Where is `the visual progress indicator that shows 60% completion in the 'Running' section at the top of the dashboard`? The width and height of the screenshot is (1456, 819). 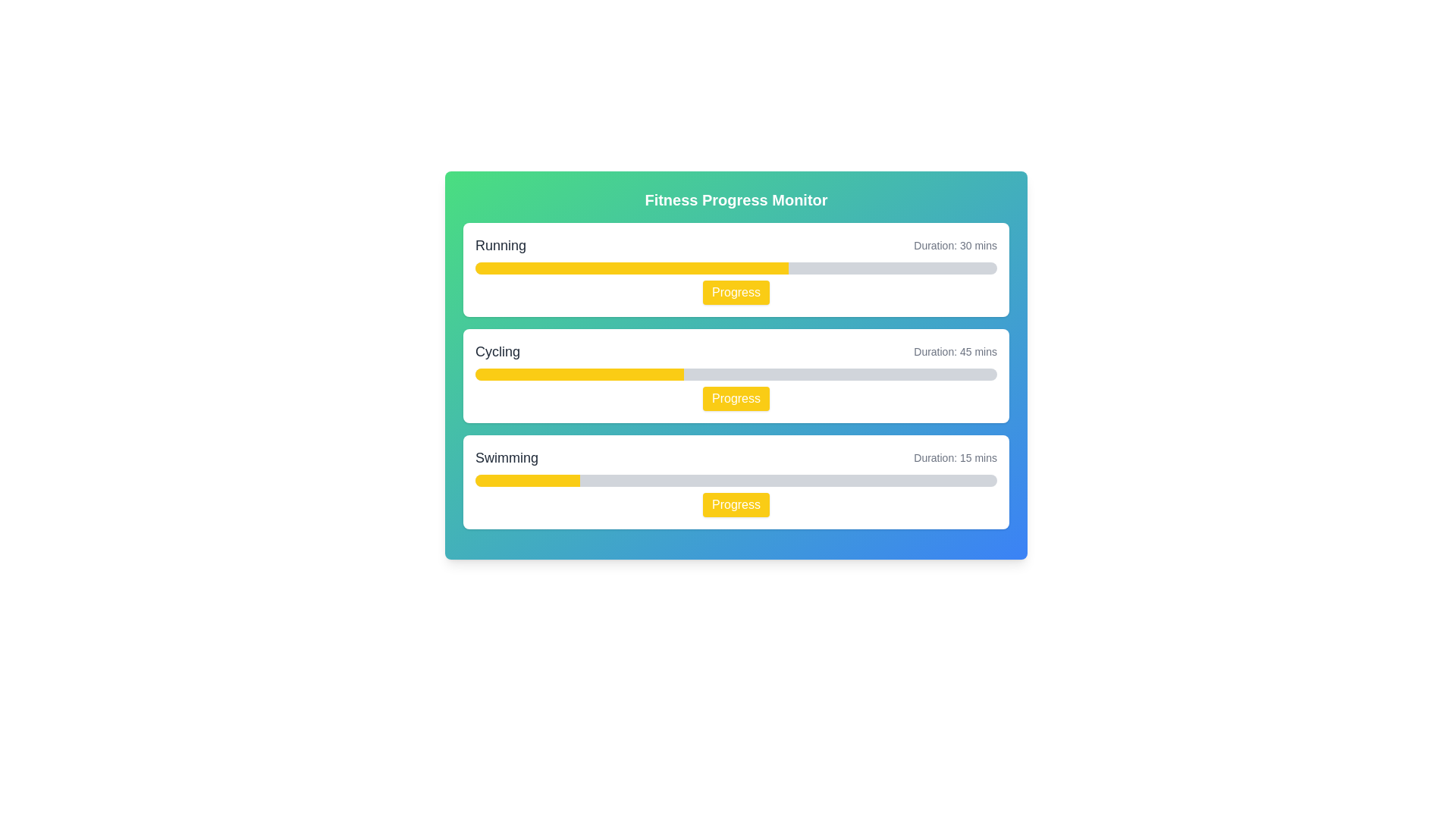 the visual progress indicator that shows 60% completion in the 'Running' section at the top of the dashboard is located at coordinates (632, 268).